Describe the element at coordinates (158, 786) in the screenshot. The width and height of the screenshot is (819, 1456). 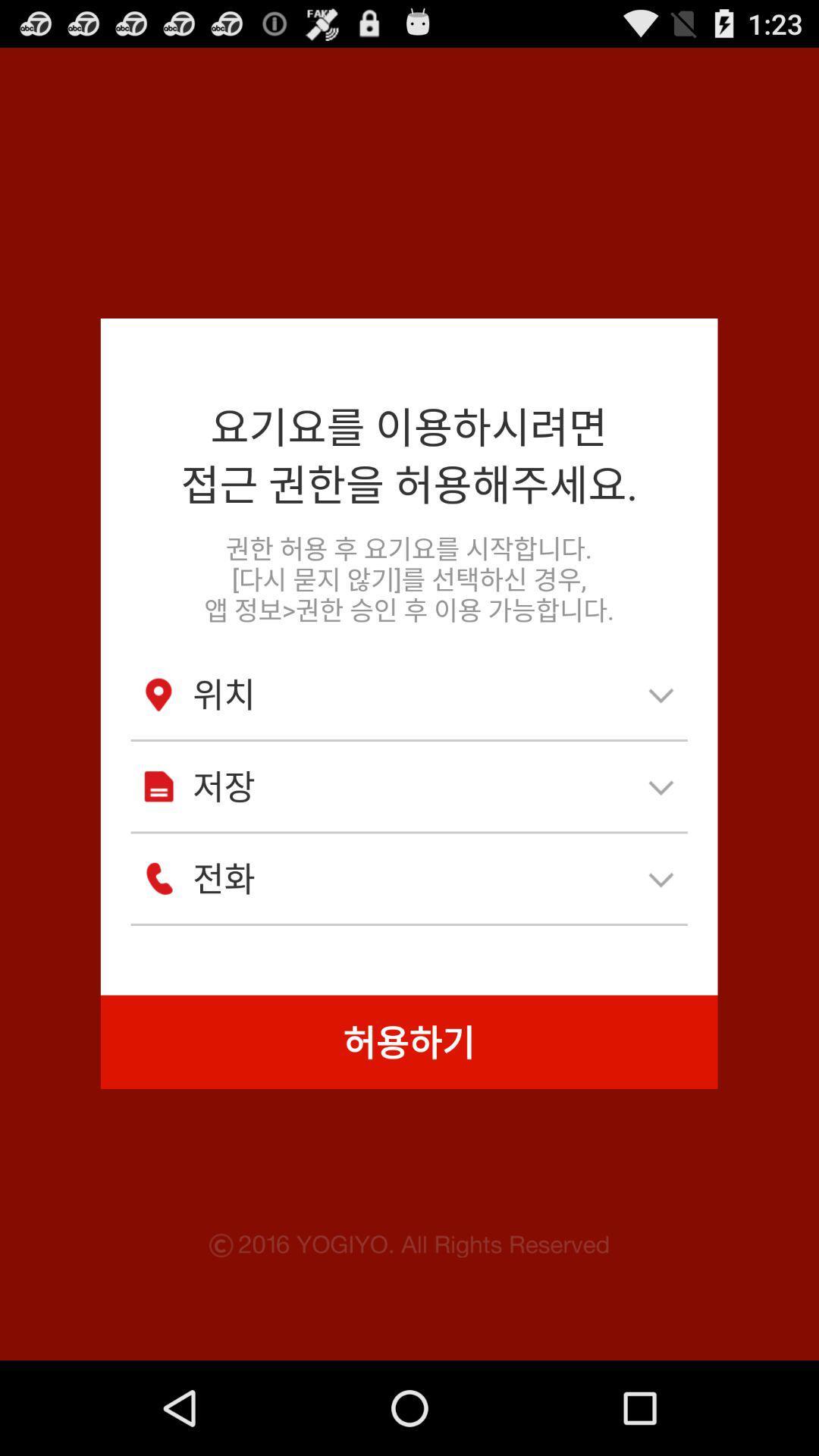
I see `document icon` at that location.